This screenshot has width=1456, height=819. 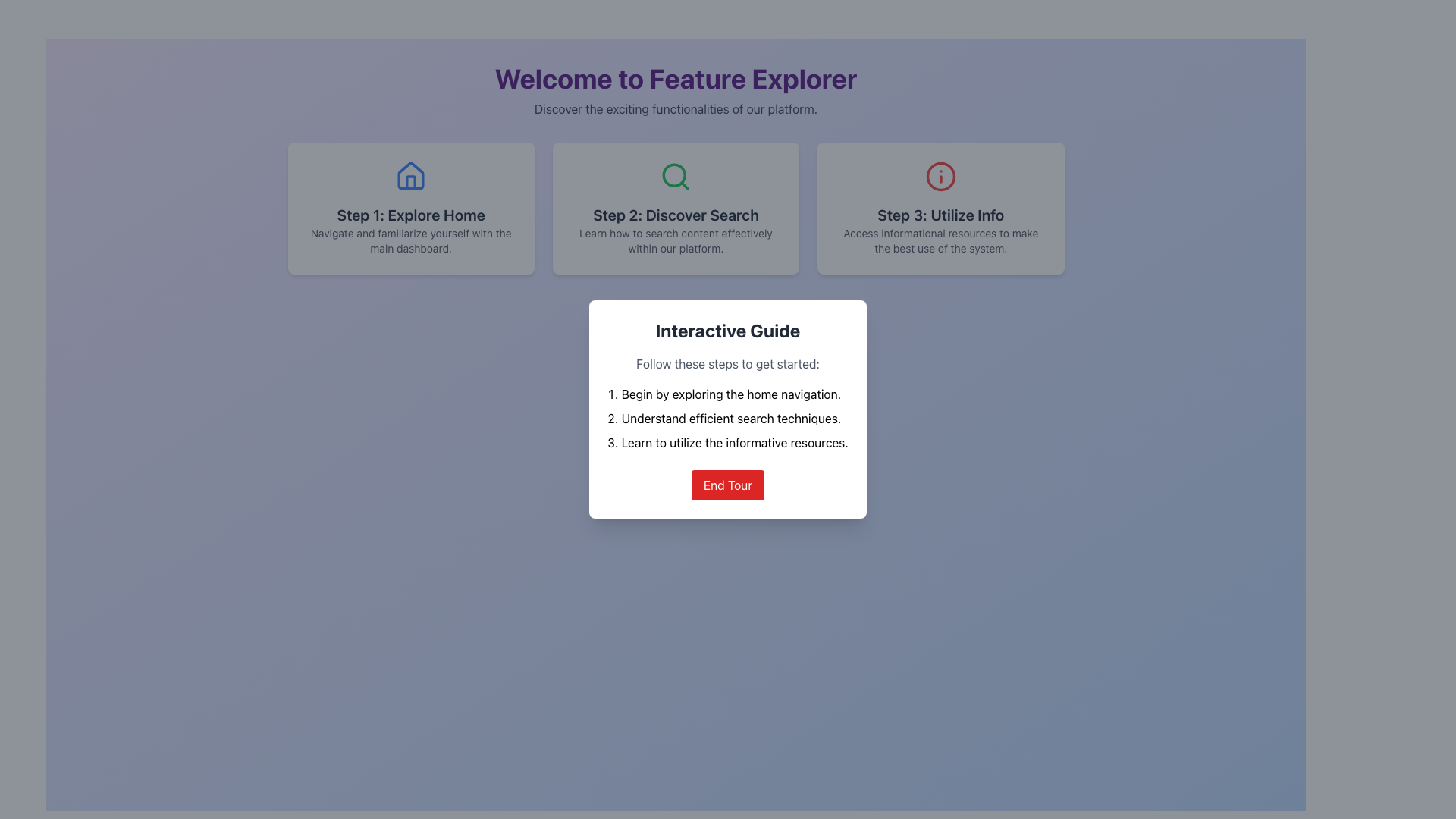 What do you see at coordinates (940, 175) in the screenshot?
I see `the circular red icon featuring an 'i' symbol inside` at bounding box center [940, 175].